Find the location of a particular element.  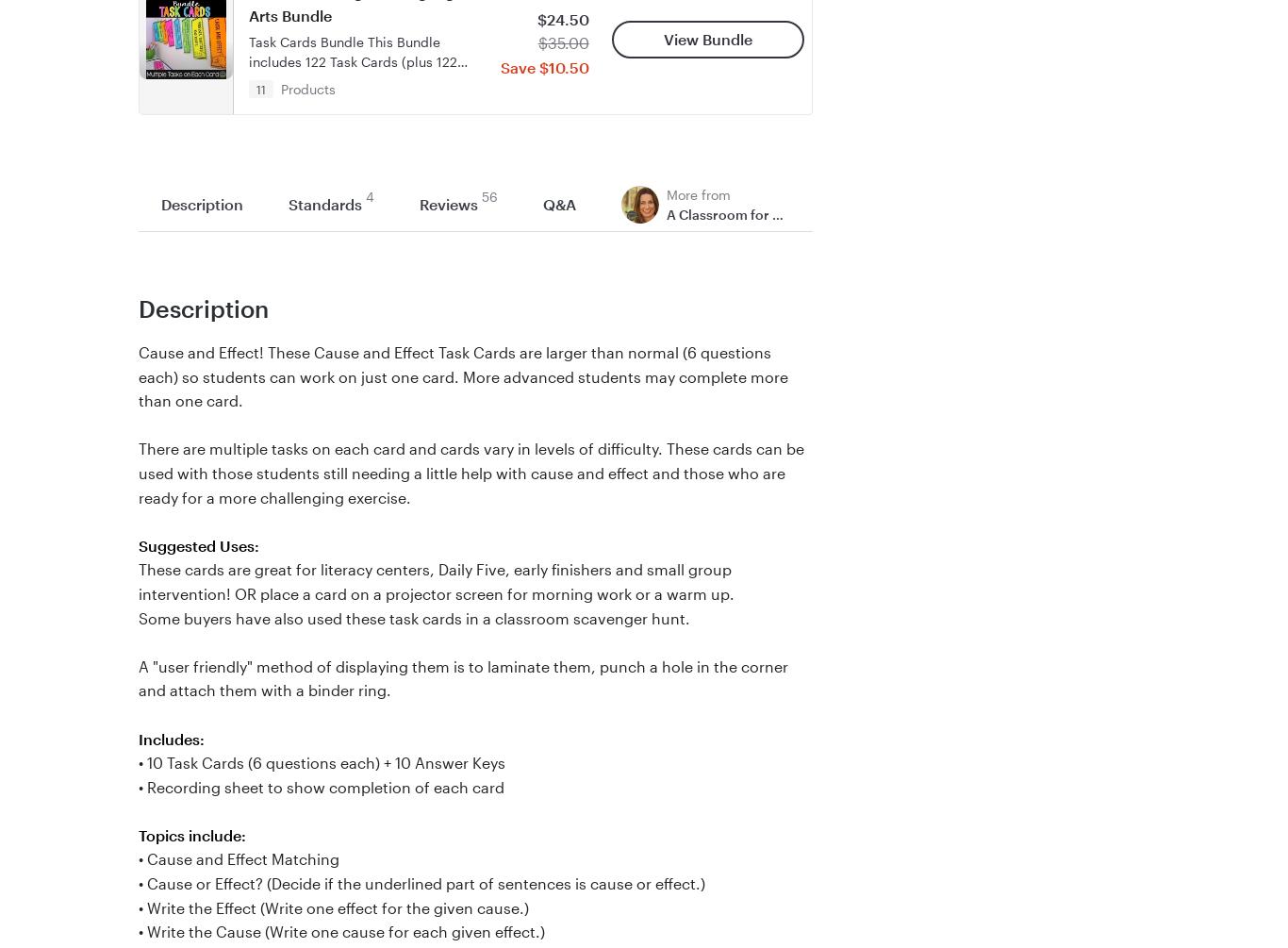

'$35.00' is located at coordinates (537, 42).